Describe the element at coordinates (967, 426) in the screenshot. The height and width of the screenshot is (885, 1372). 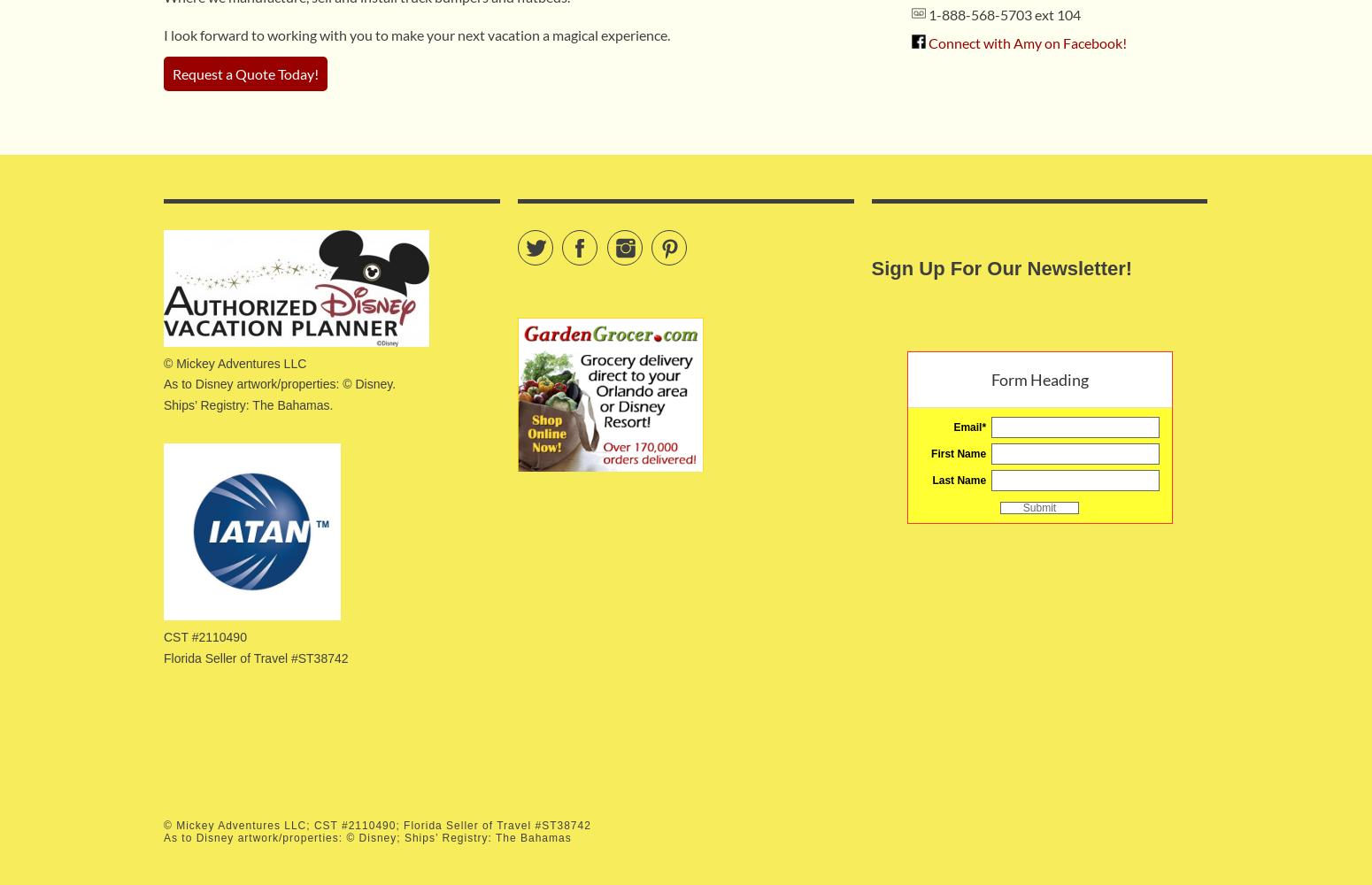
I see `'Email'` at that location.